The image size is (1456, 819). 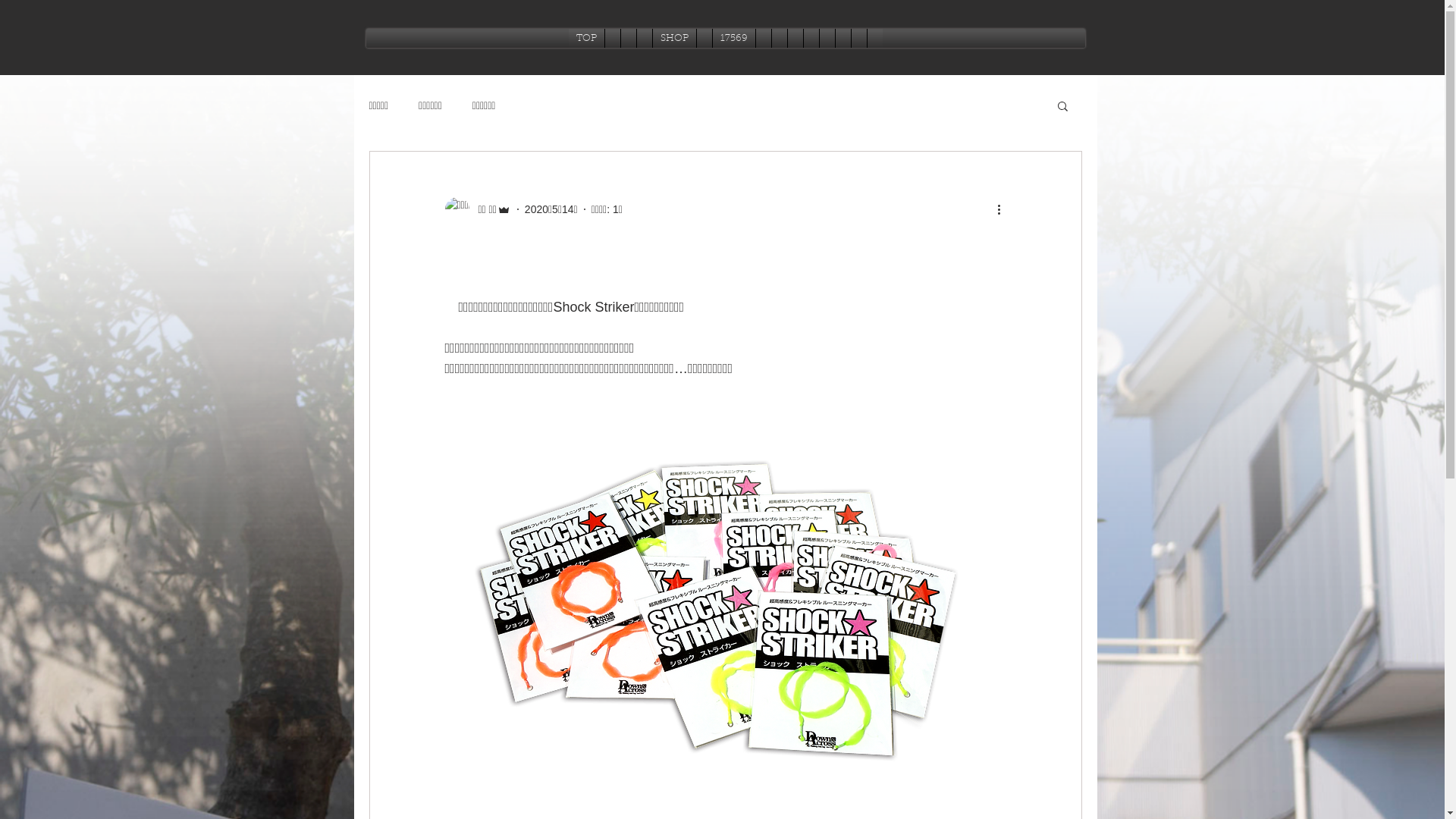 I want to click on 'TOP', so click(x=585, y=37).